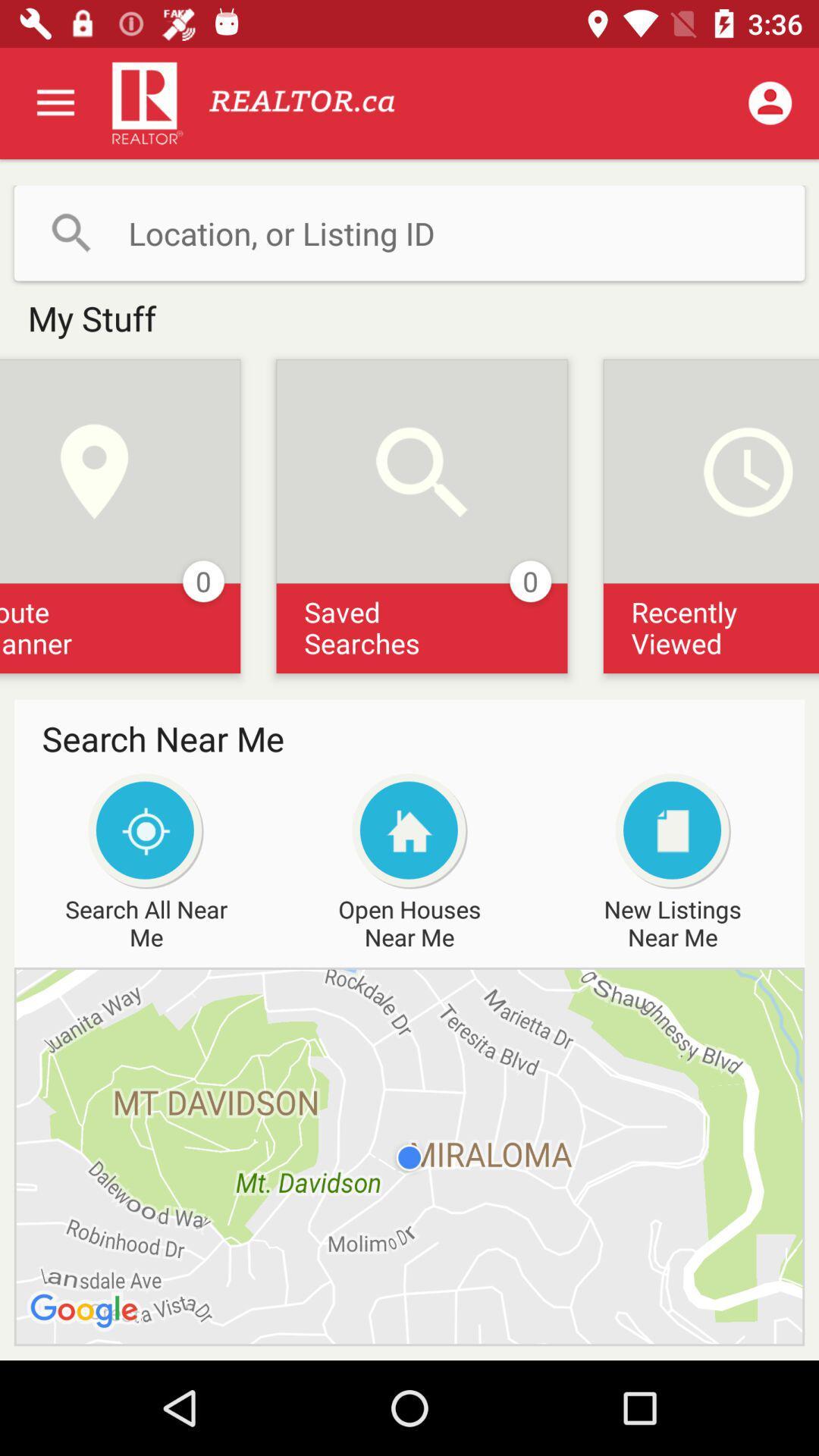  What do you see at coordinates (409, 232) in the screenshot?
I see `location entry button` at bounding box center [409, 232].